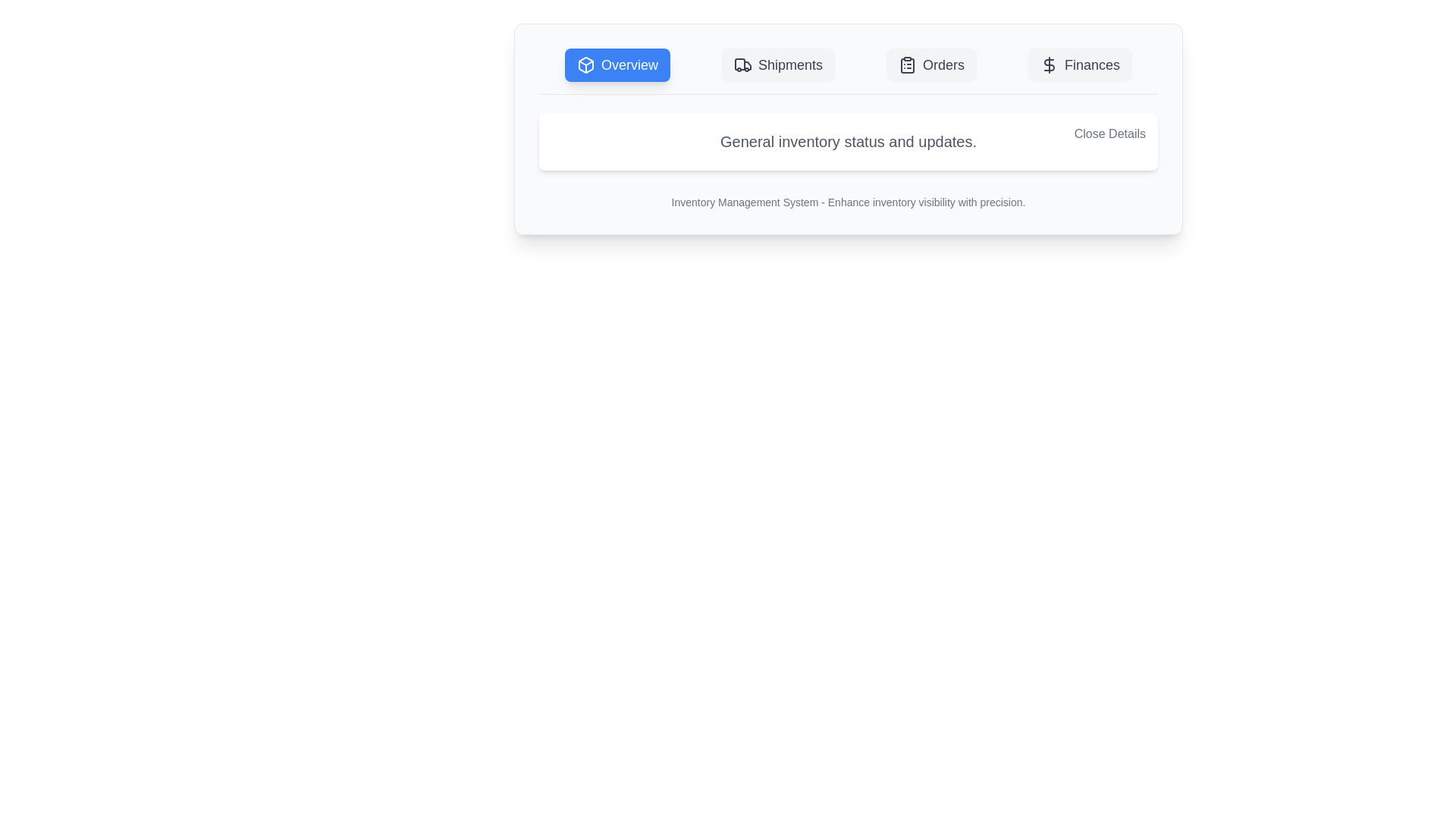 Image resolution: width=1456 pixels, height=819 pixels. Describe the element at coordinates (778, 64) in the screenshot. I see `the tab Shipments to observe the hover state effect` at that location.